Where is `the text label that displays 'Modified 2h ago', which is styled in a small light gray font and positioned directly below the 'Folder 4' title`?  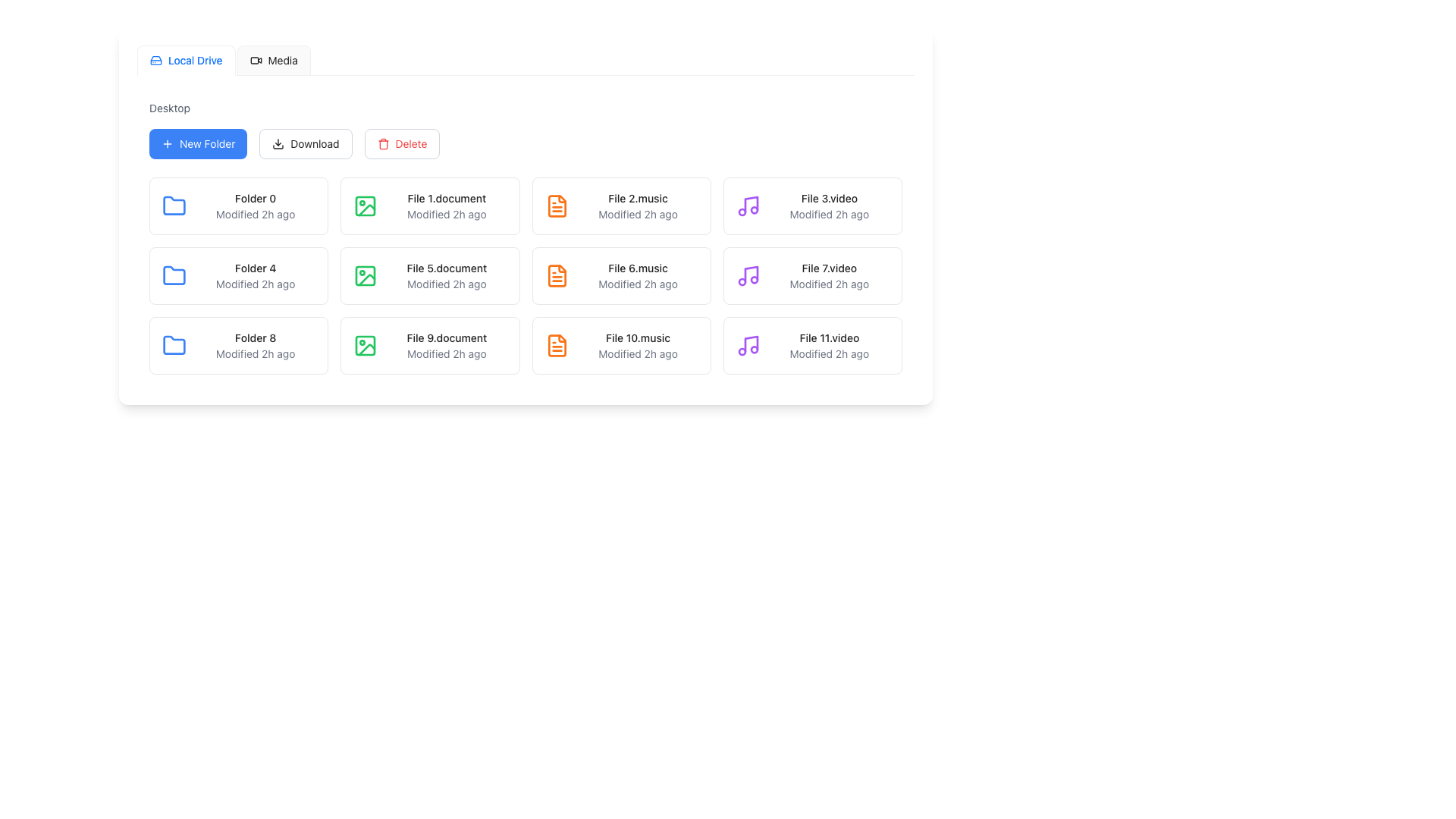 the text label that displays 'Modified 2h ago', which is styled in a small light gray font and positioned directly below the 'Folder 4' title is located at coordinates (256, 284).